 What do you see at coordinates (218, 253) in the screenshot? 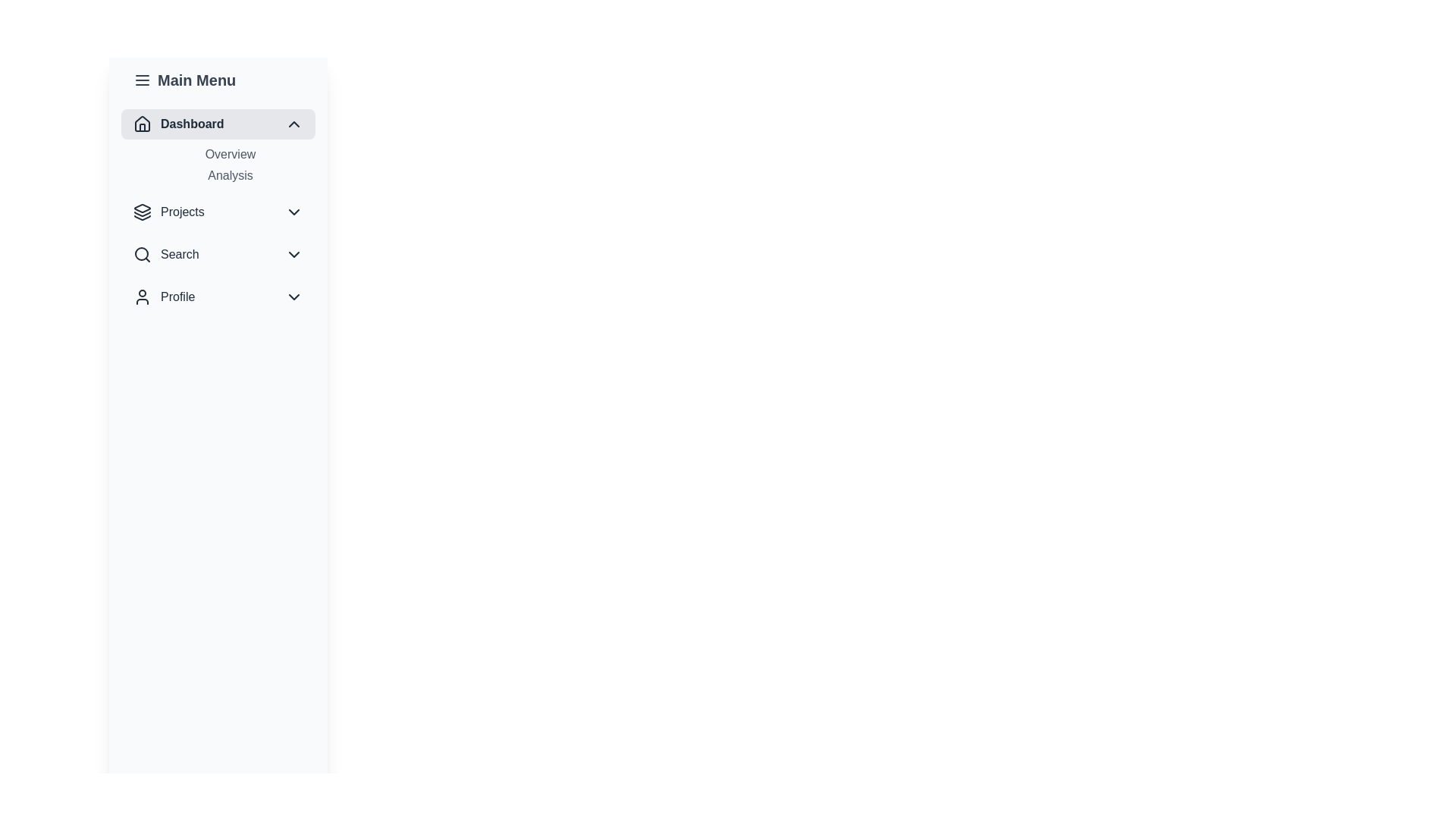
I see `the fourth menu item in the vertical navigation menu on the left side of the interface` at bounding box center [218, 253].